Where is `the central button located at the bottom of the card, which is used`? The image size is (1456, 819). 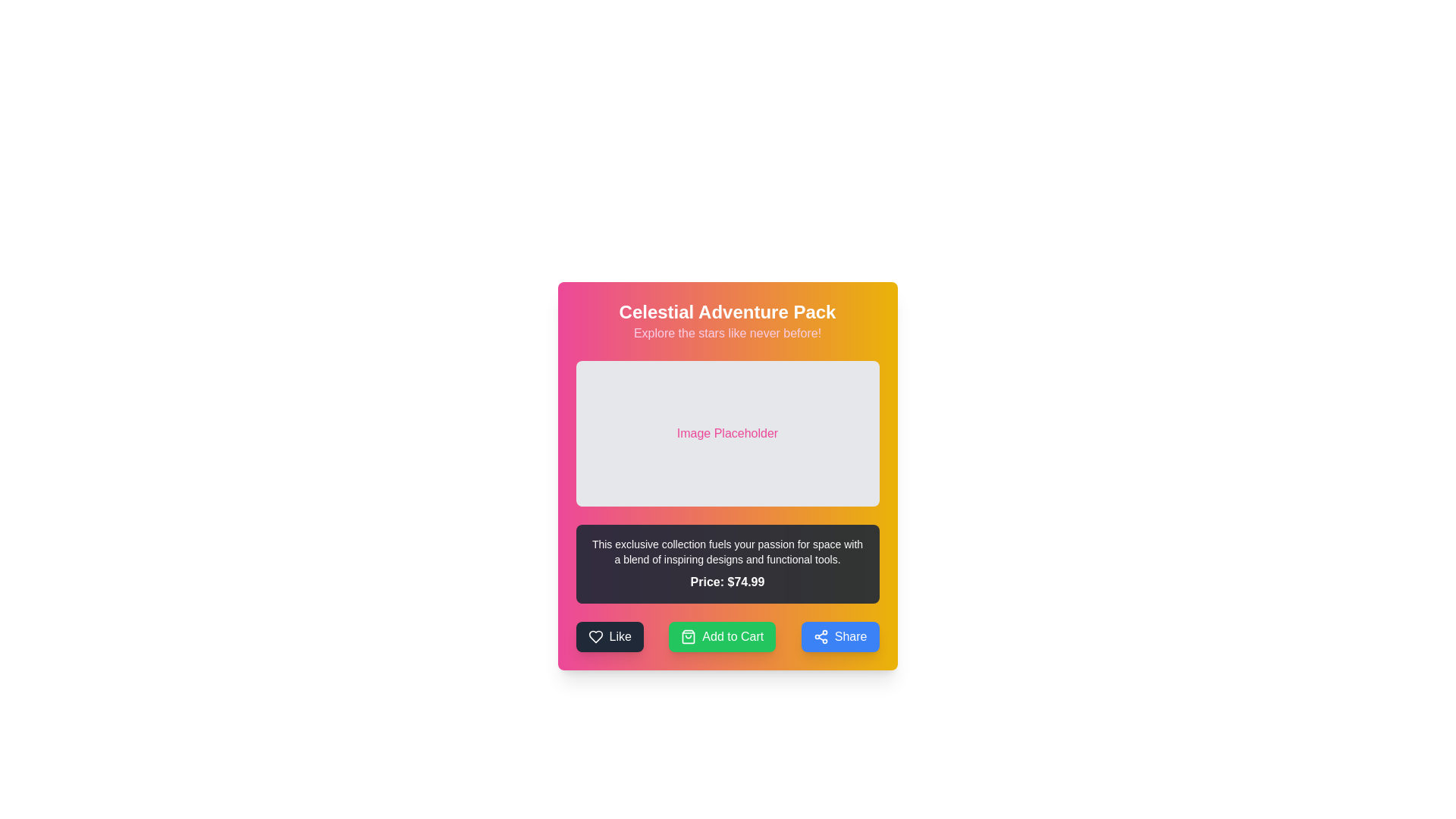
the central button located at the bottom of the card, which is used is located at coordinates (726, 637).